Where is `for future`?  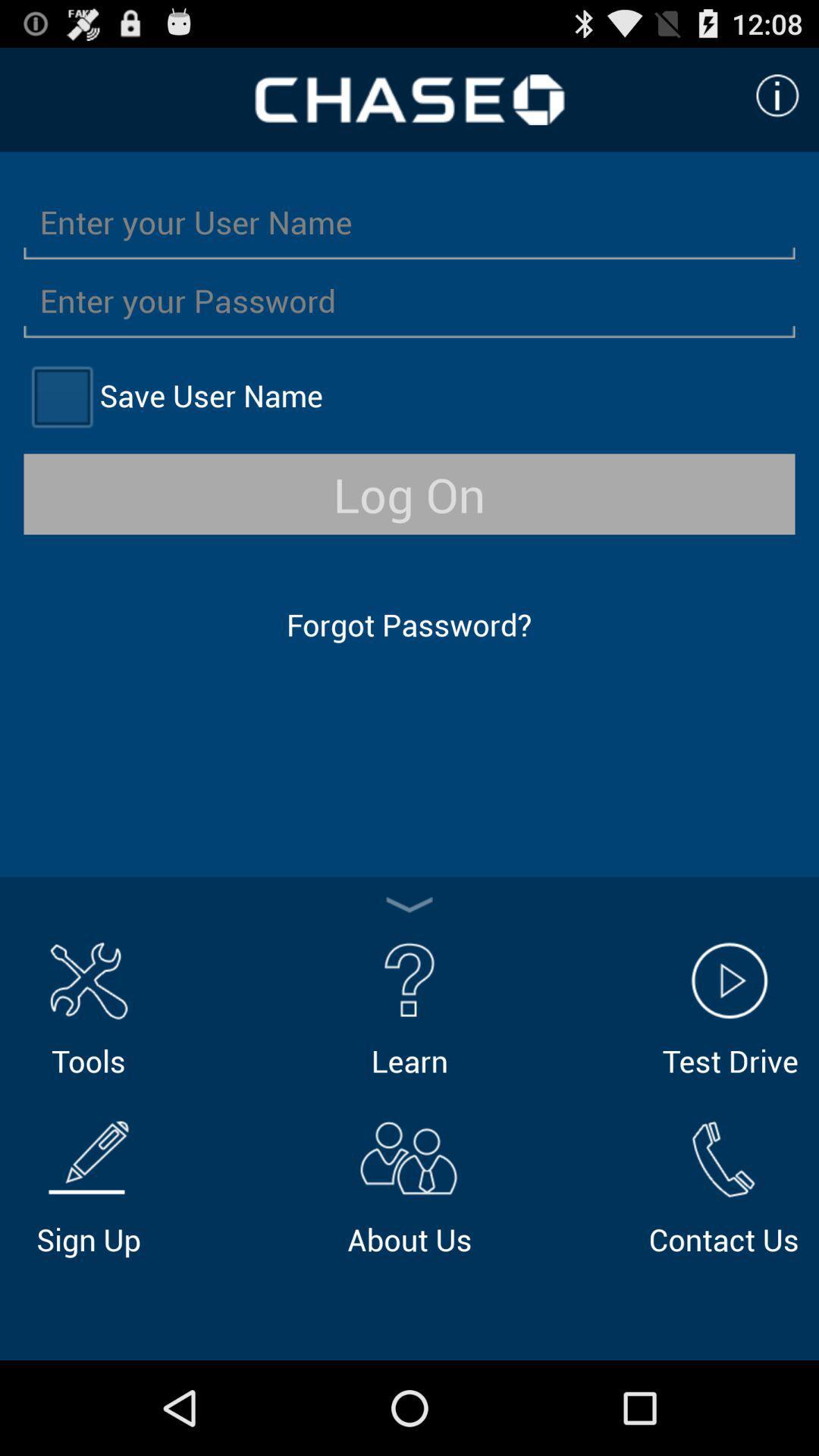 for future is located at coordinates (61, 396).